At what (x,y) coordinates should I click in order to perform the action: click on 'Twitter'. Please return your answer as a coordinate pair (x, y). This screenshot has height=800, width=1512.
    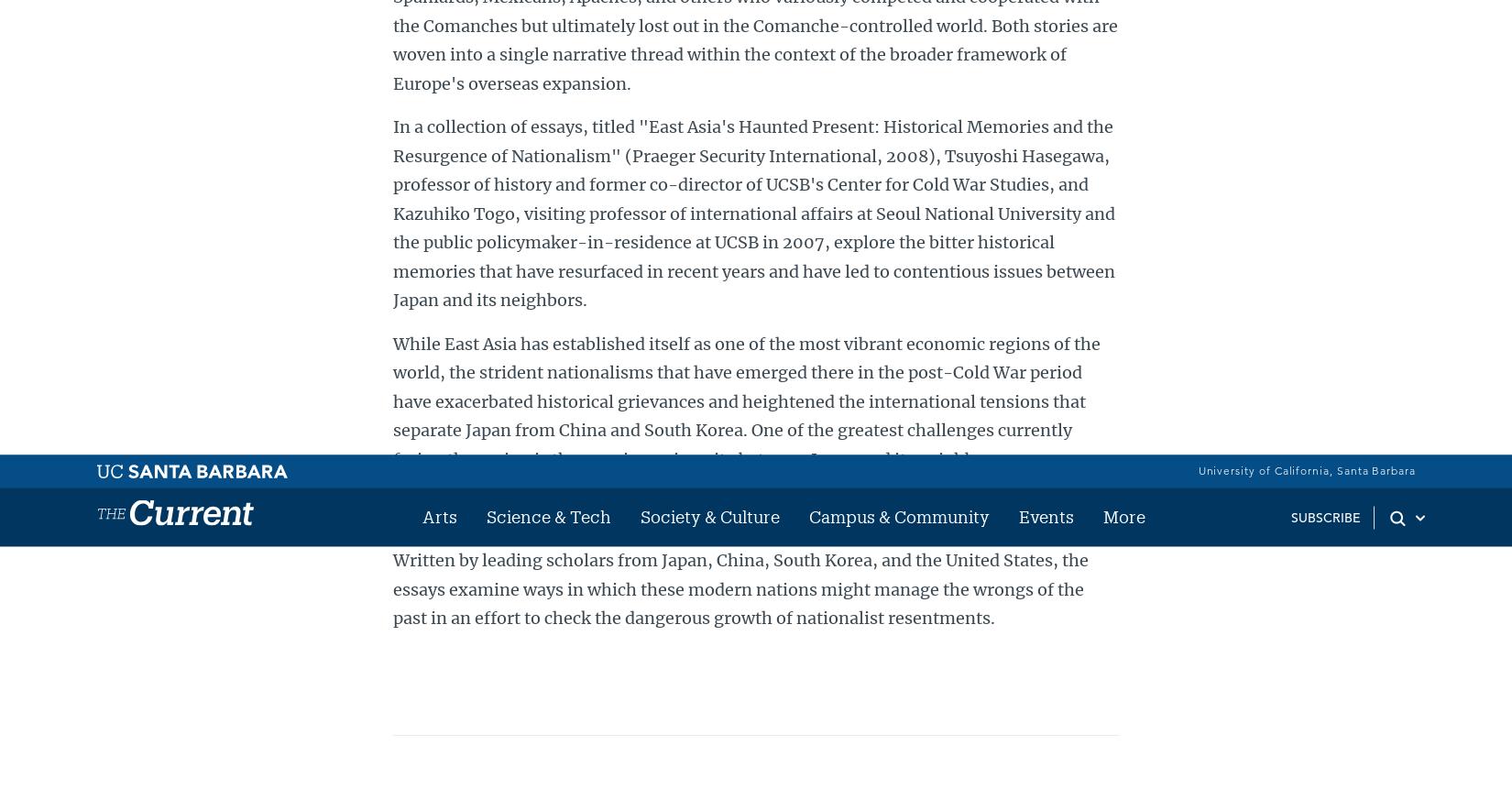
    Looking at the image, I should click on (1190, 77).